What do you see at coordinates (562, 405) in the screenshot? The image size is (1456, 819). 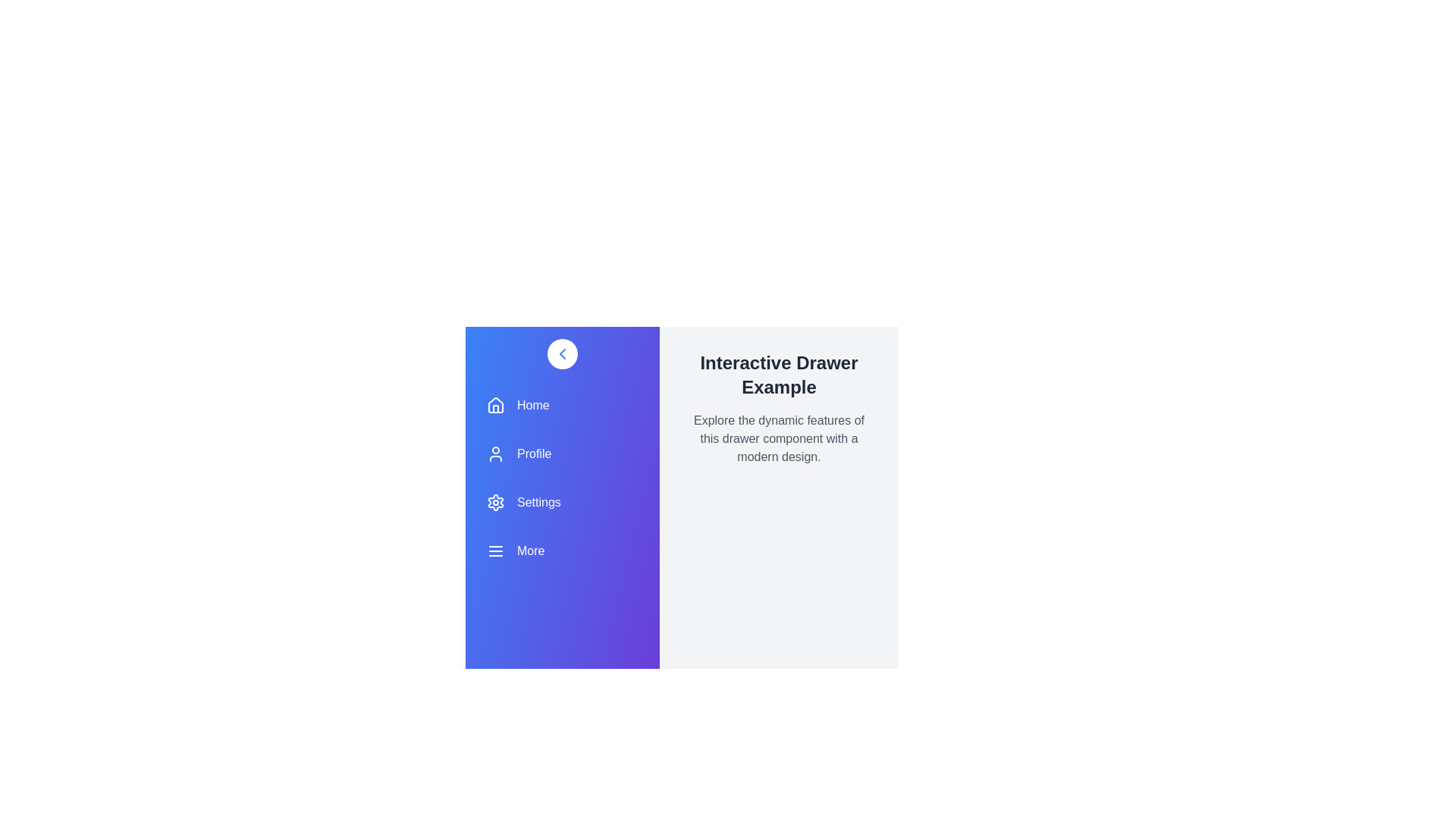 I see `the navigation item labeled Home` at bounding box center [562, 405].